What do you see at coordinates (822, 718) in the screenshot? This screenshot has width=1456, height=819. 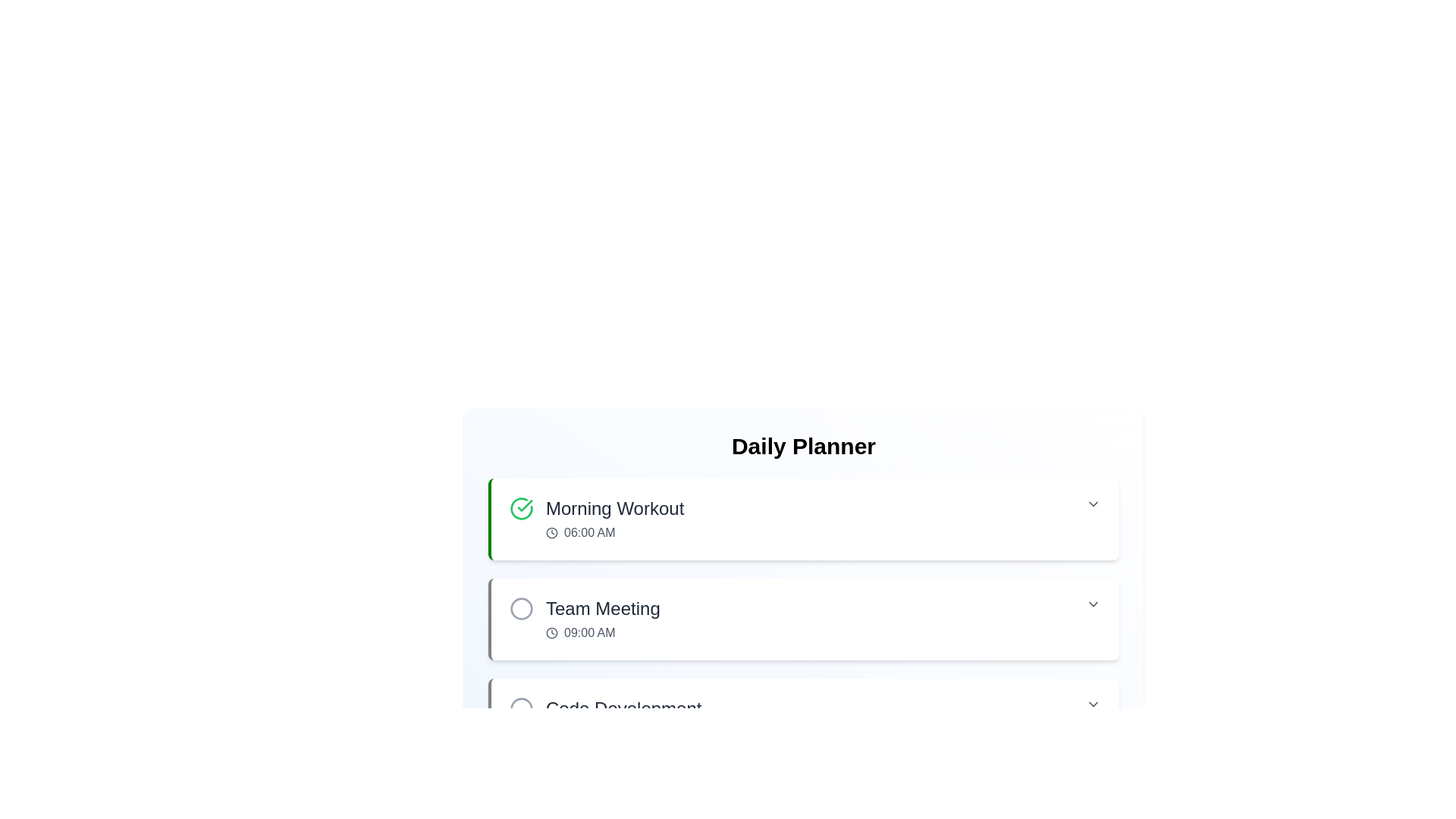 I see `the task entry labeled 'Code Development'` at bounding box center [822, 718].